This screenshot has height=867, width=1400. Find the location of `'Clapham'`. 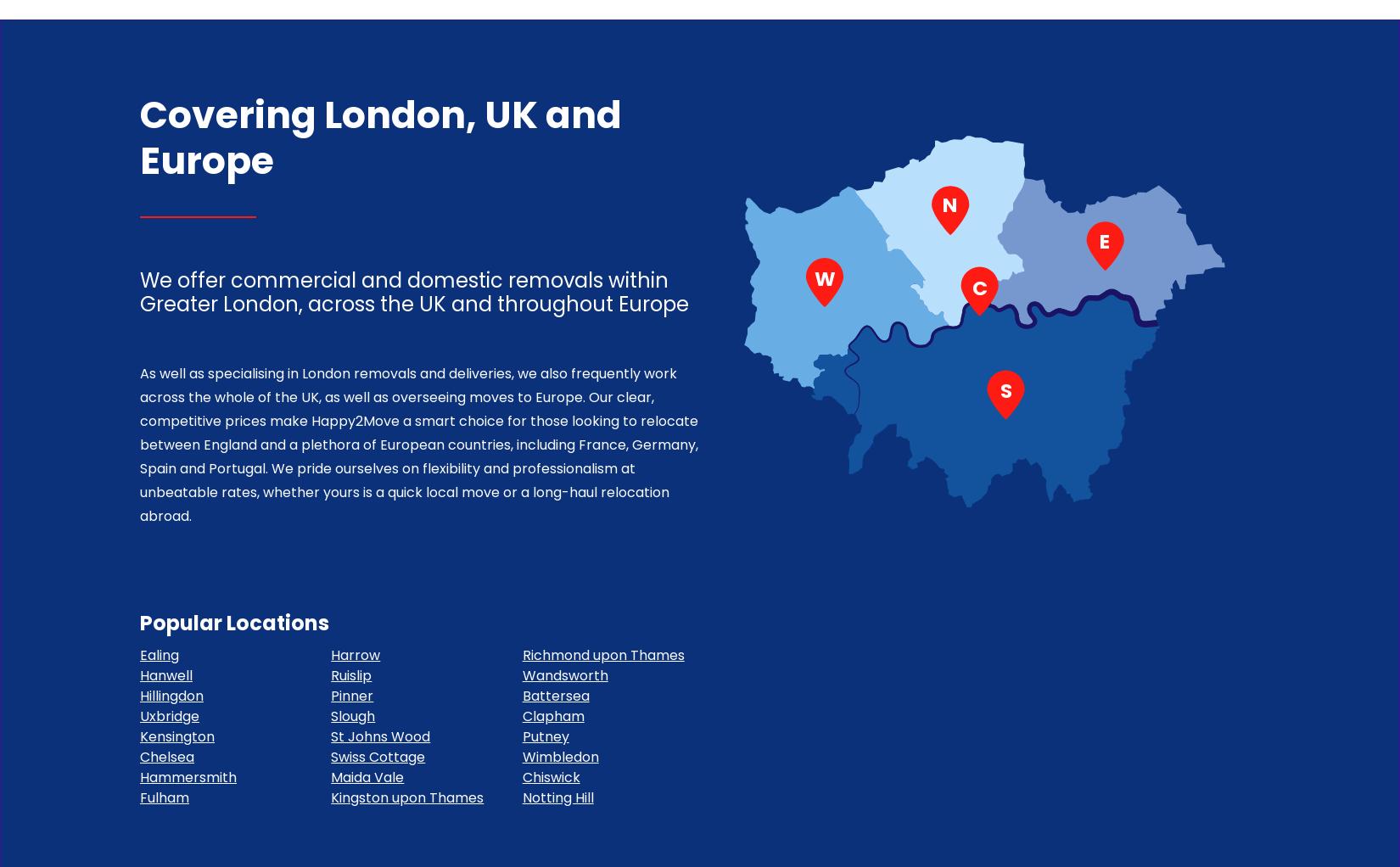

'Clapham' is located at coordinates (520, 716).